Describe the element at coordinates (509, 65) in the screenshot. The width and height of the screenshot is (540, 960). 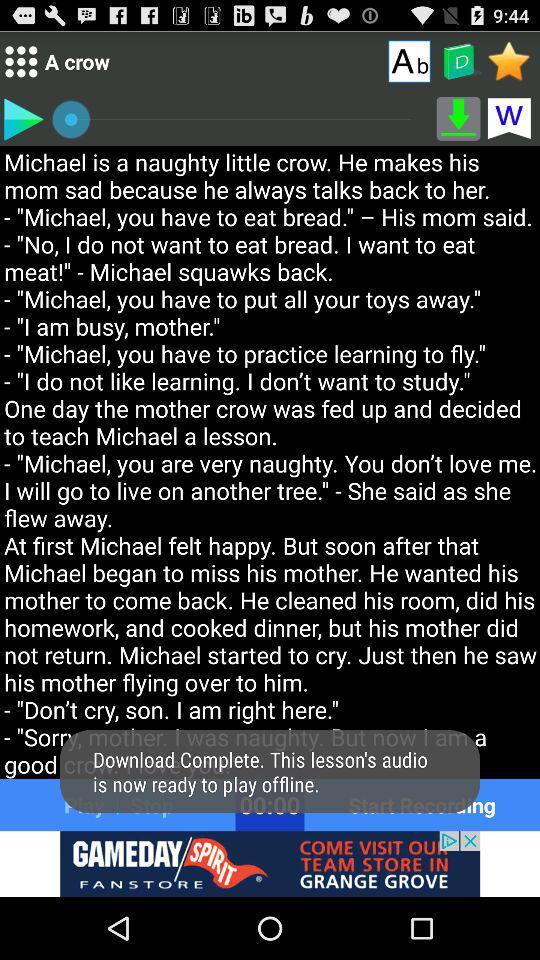
I see `the star icon` at that location.